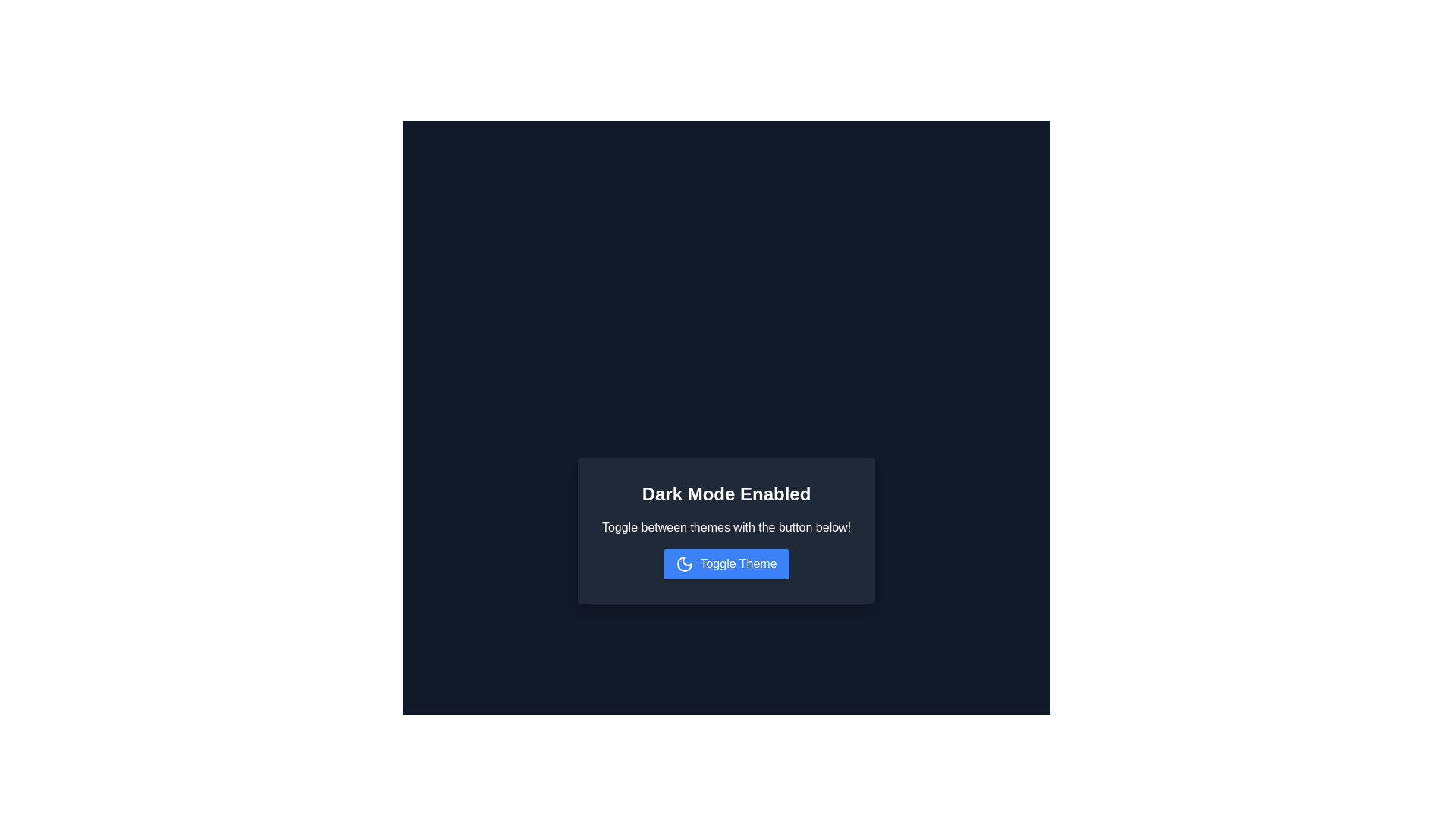 The width and height of the screenshot is (1456, 819). I want to click on the moon-shaped icon located within the 'Toggle Theme' button, so click(684, 564).